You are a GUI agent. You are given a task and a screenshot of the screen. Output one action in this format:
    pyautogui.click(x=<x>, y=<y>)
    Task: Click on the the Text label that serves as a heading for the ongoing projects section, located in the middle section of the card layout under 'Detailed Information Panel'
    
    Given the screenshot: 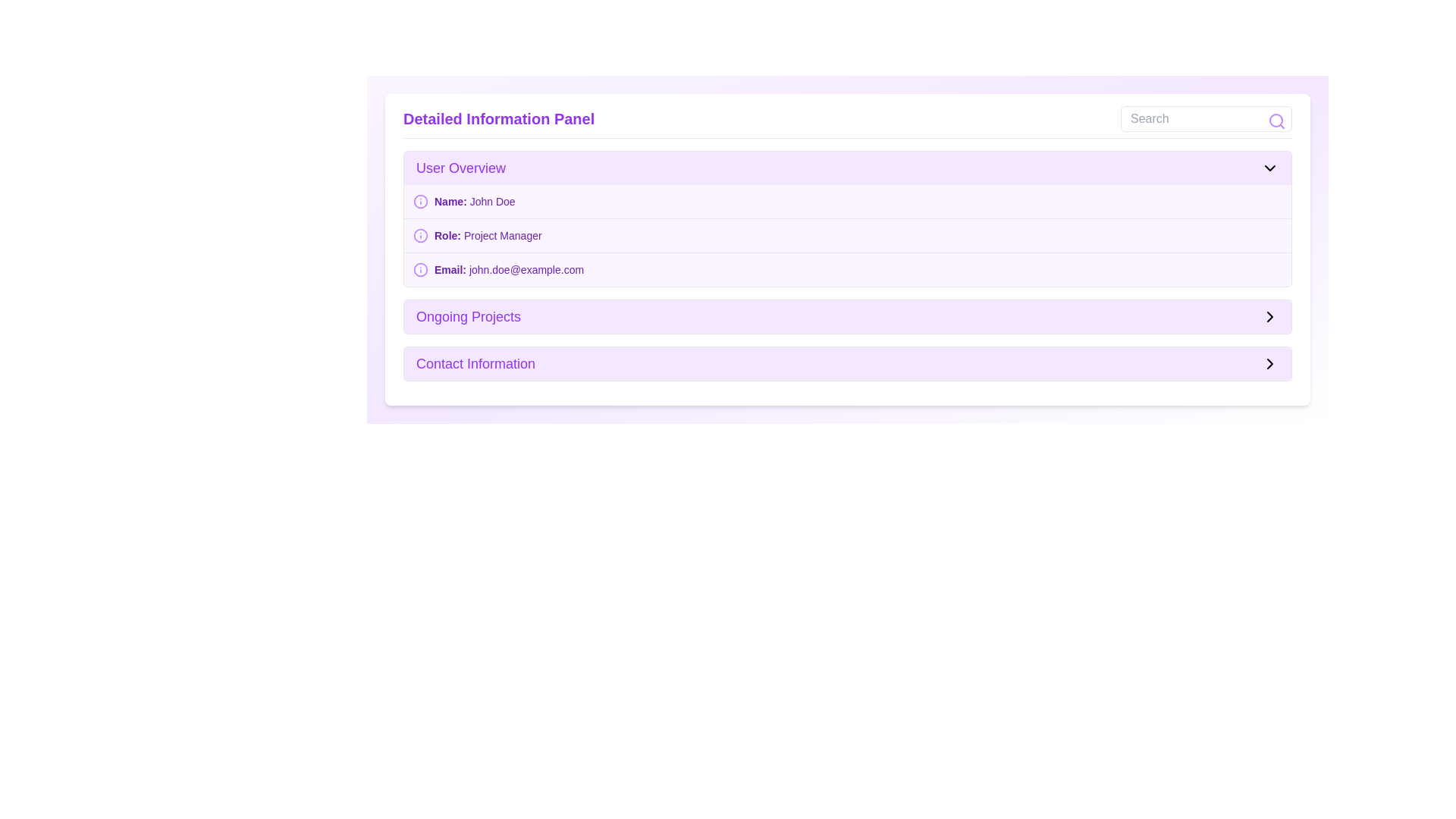 What is the action you would take?
    pyautogui.click(x=468, y=315)
    